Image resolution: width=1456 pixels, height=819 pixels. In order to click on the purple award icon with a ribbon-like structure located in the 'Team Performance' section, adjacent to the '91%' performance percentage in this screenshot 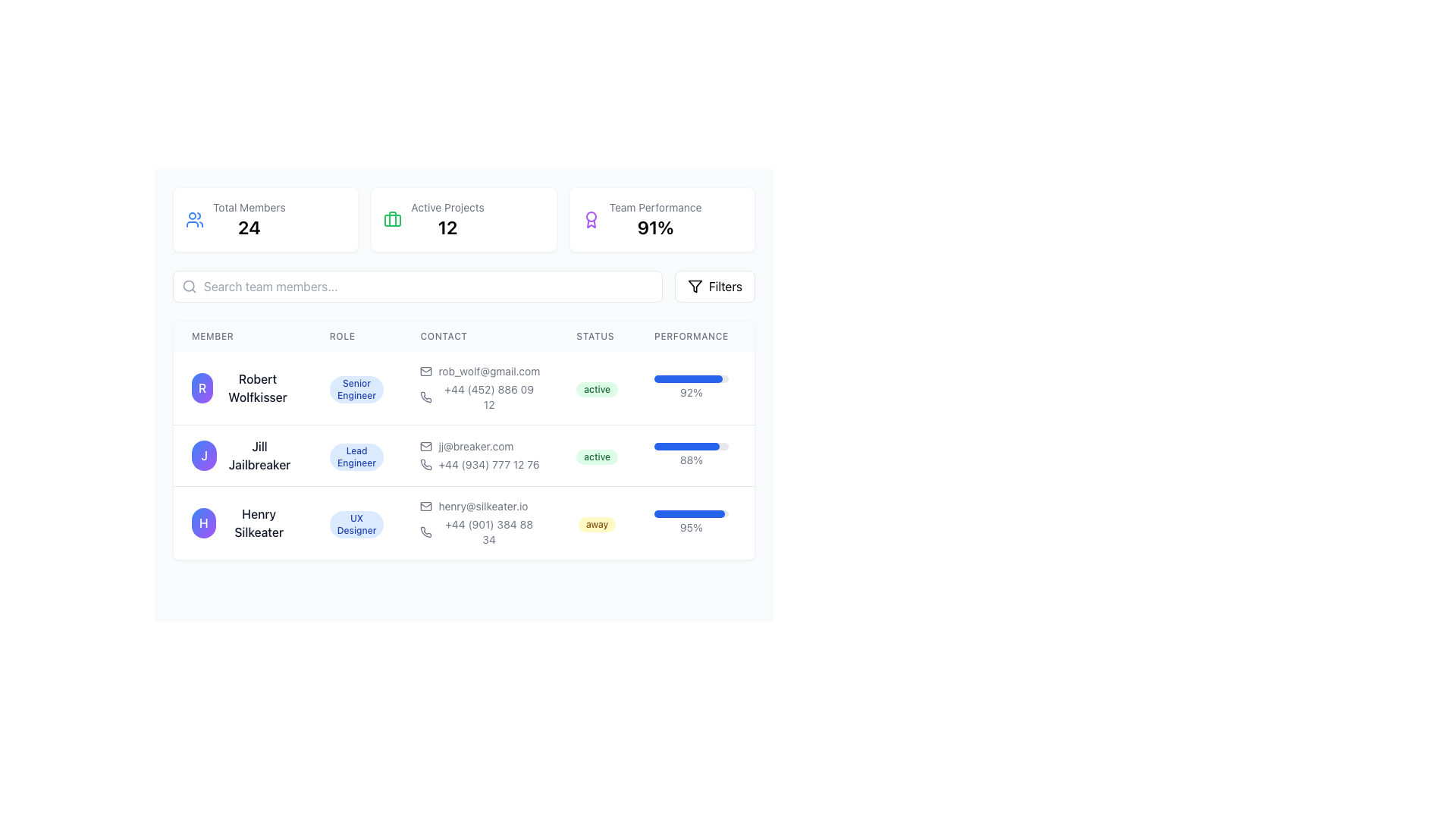, I will do `click(590, 219)`.